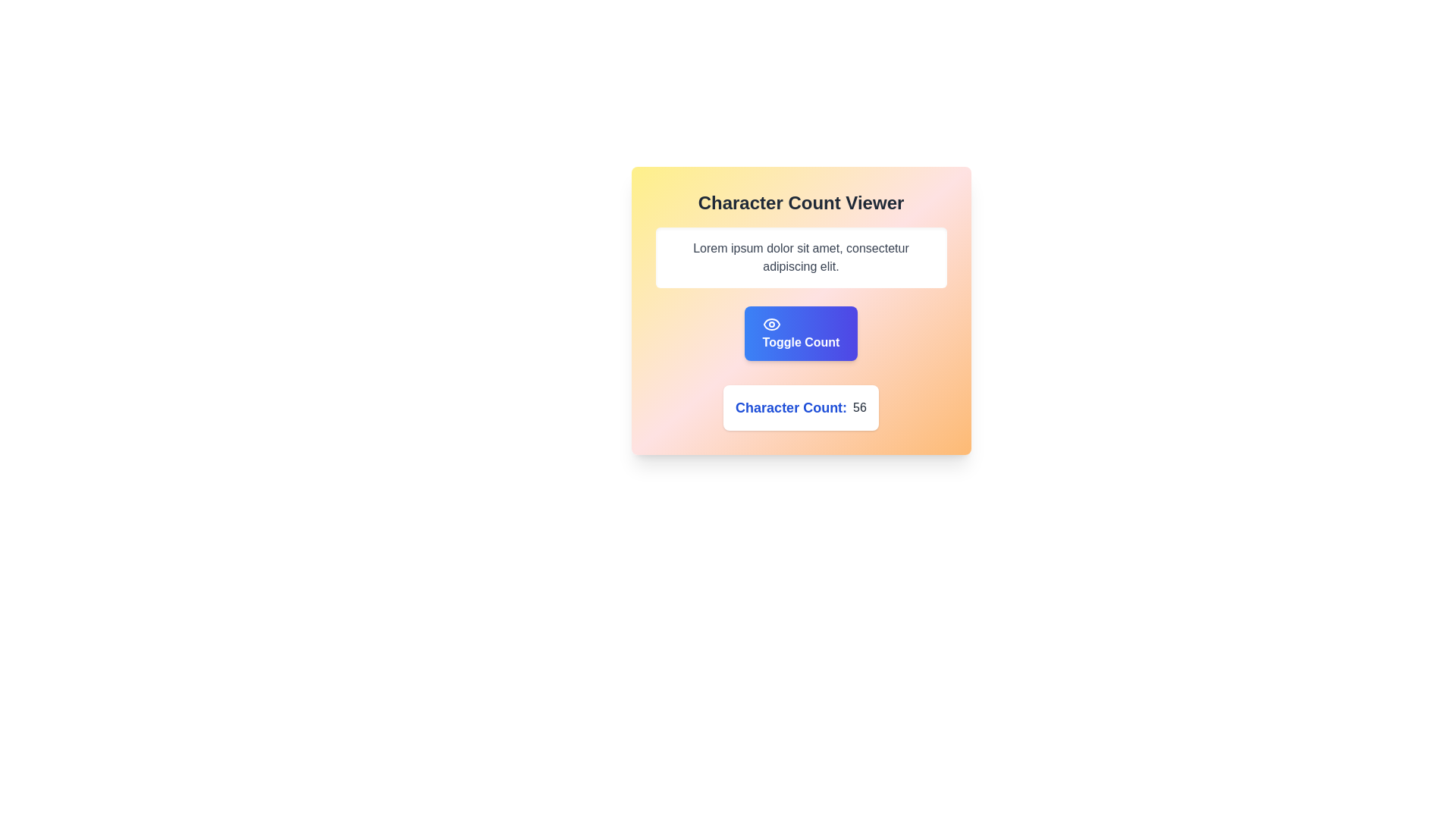 This screenshot has height=819, width=1456. Describe the element at coordinates (800, 332) in the screenshot. I see `the 'Toggle Count' button to toggle the visibility of the character count` at that location.